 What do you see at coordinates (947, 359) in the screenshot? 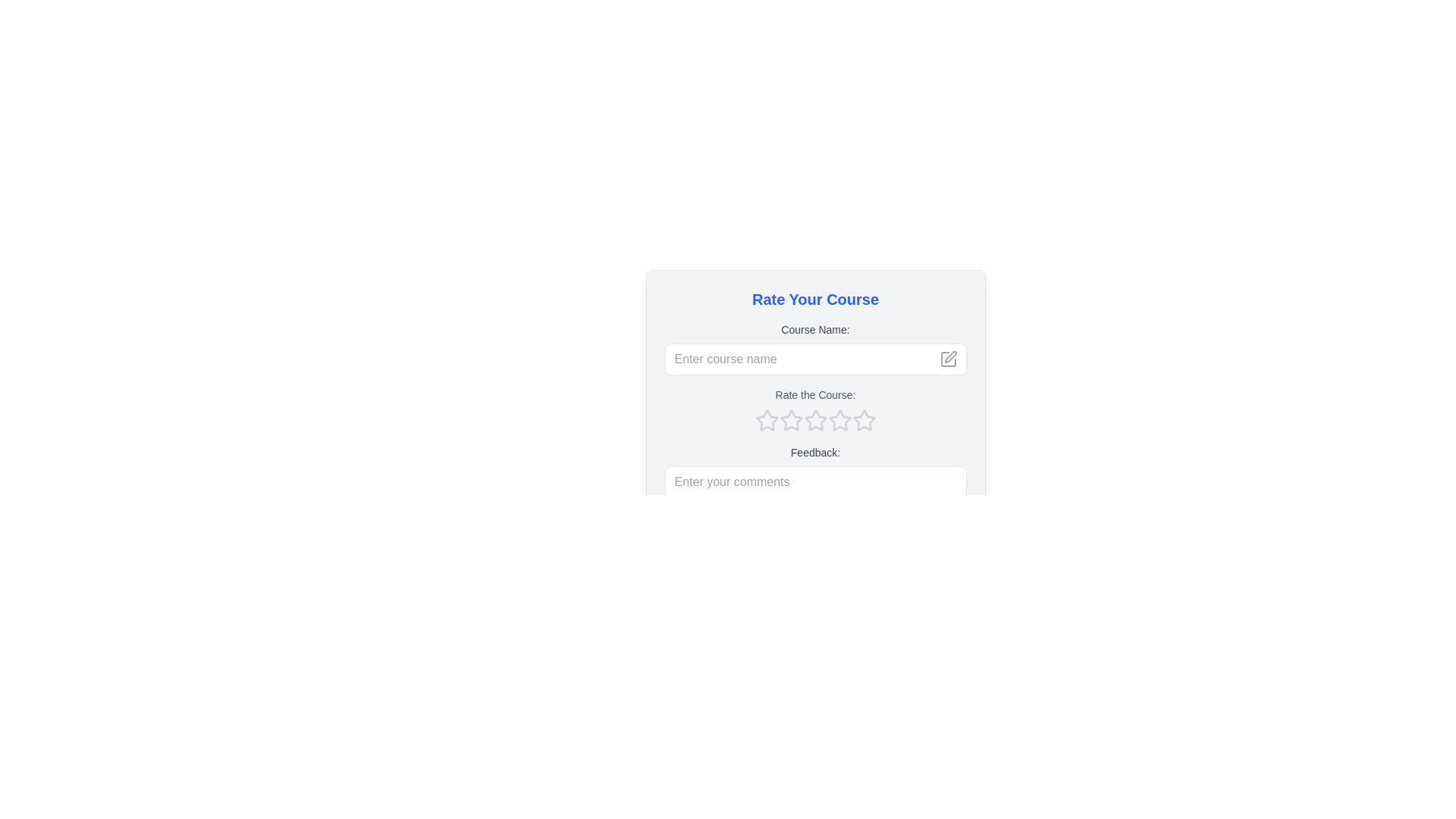
I see `the edit action icon located at the far-right side of the course name input field, aligned with the middle of the input box` at bounding box center [947, 359].